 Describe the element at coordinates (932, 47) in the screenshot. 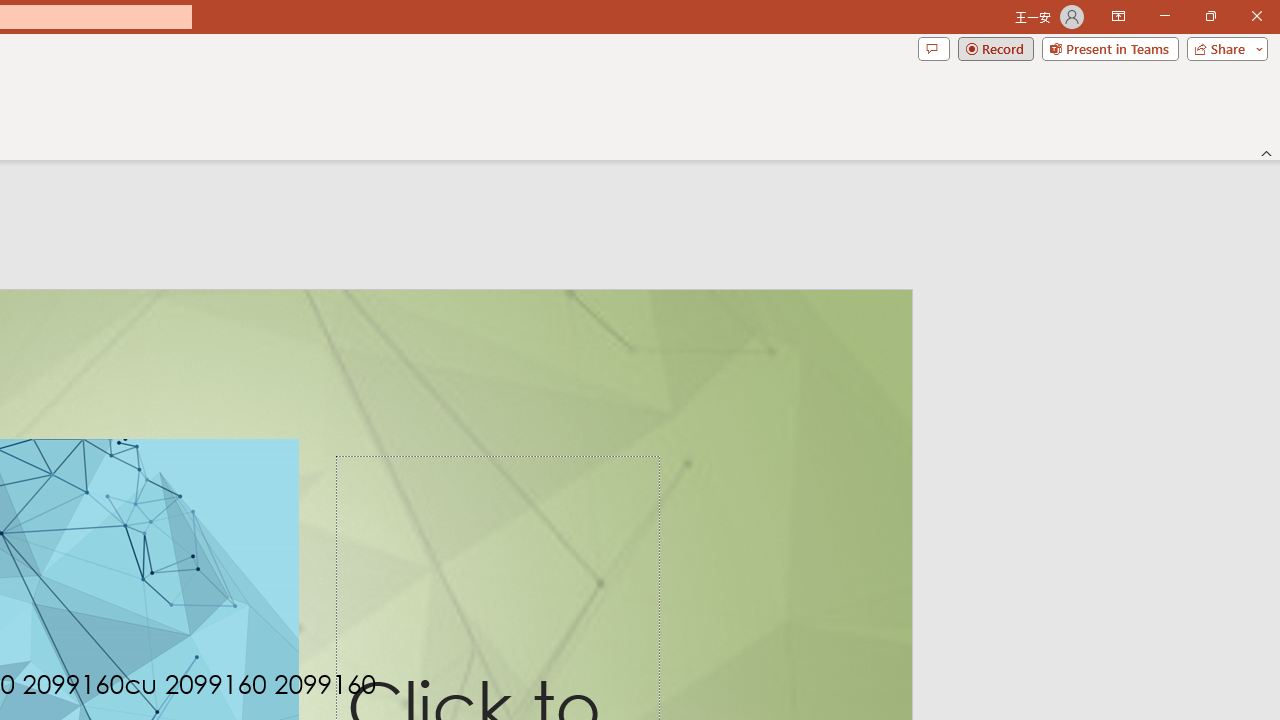

I see `'Comments'` at that location.